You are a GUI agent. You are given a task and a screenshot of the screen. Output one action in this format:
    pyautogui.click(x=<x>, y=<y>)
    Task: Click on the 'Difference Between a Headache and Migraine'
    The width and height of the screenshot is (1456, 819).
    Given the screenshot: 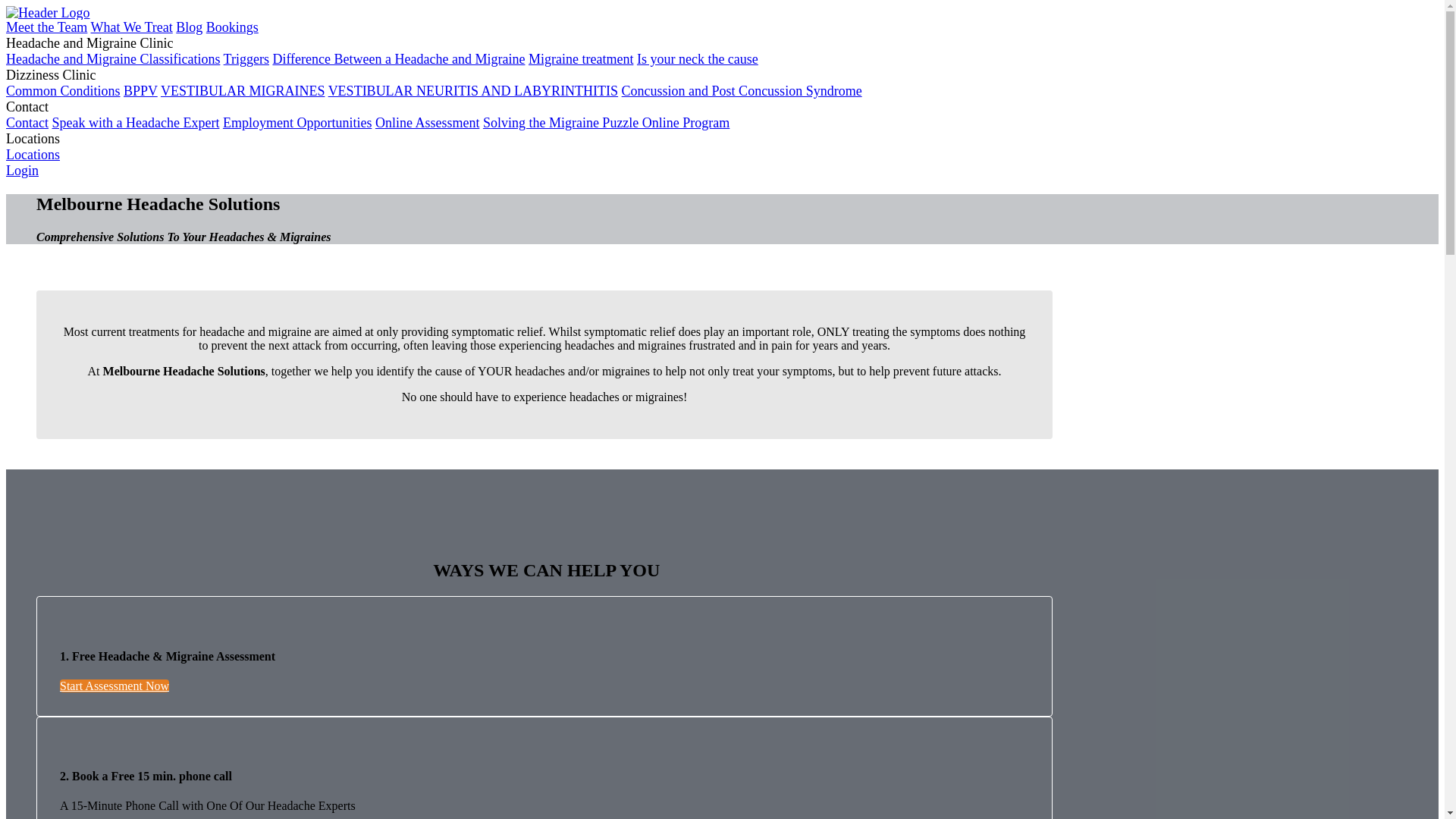 What is the action you would take?
    pyautogui.click(x=398, y=58)
    